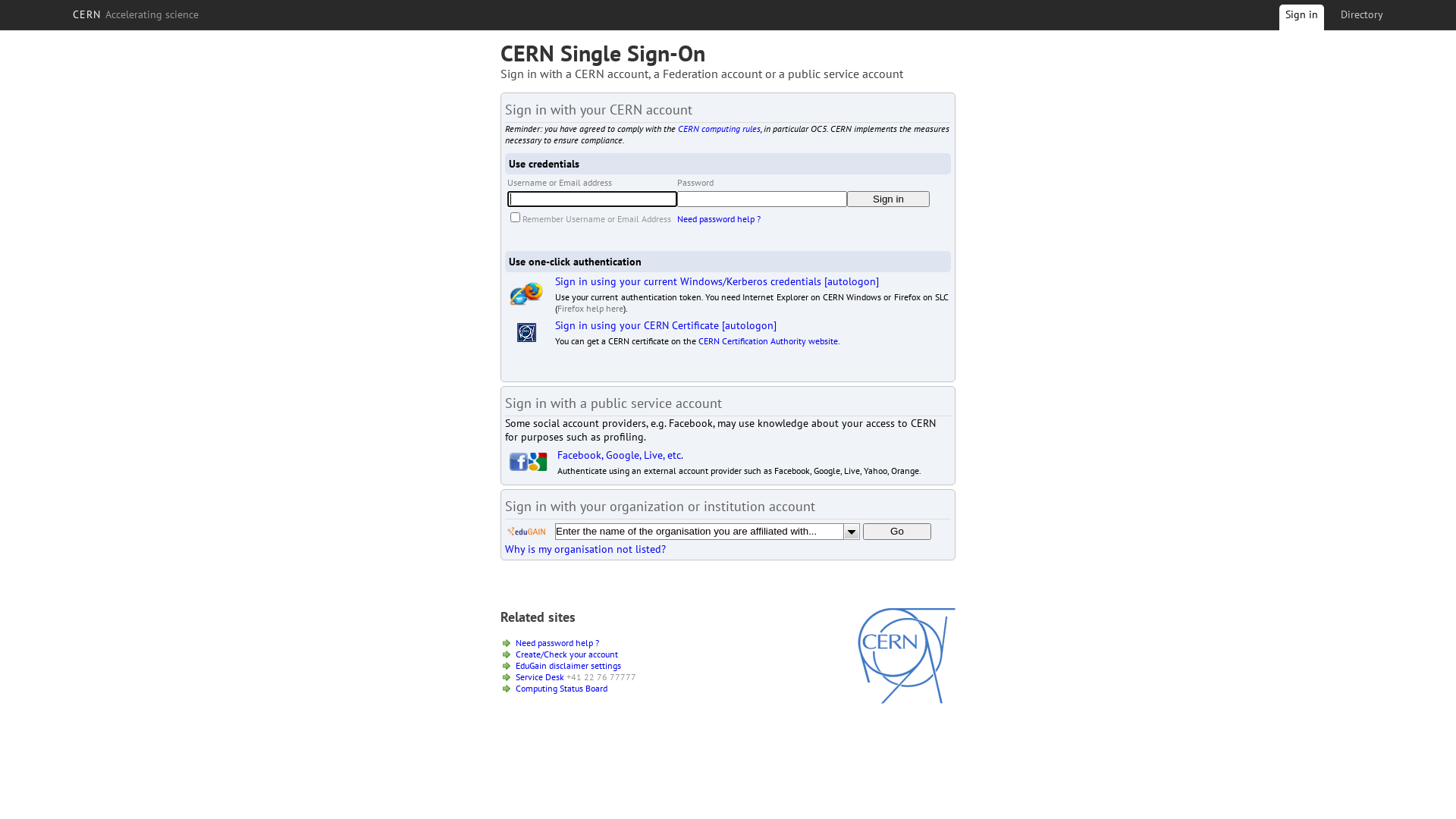  What do you see at coordinates (896, 531) in the screenshot?
I see `'Go'` at bounding box center [896, 531].